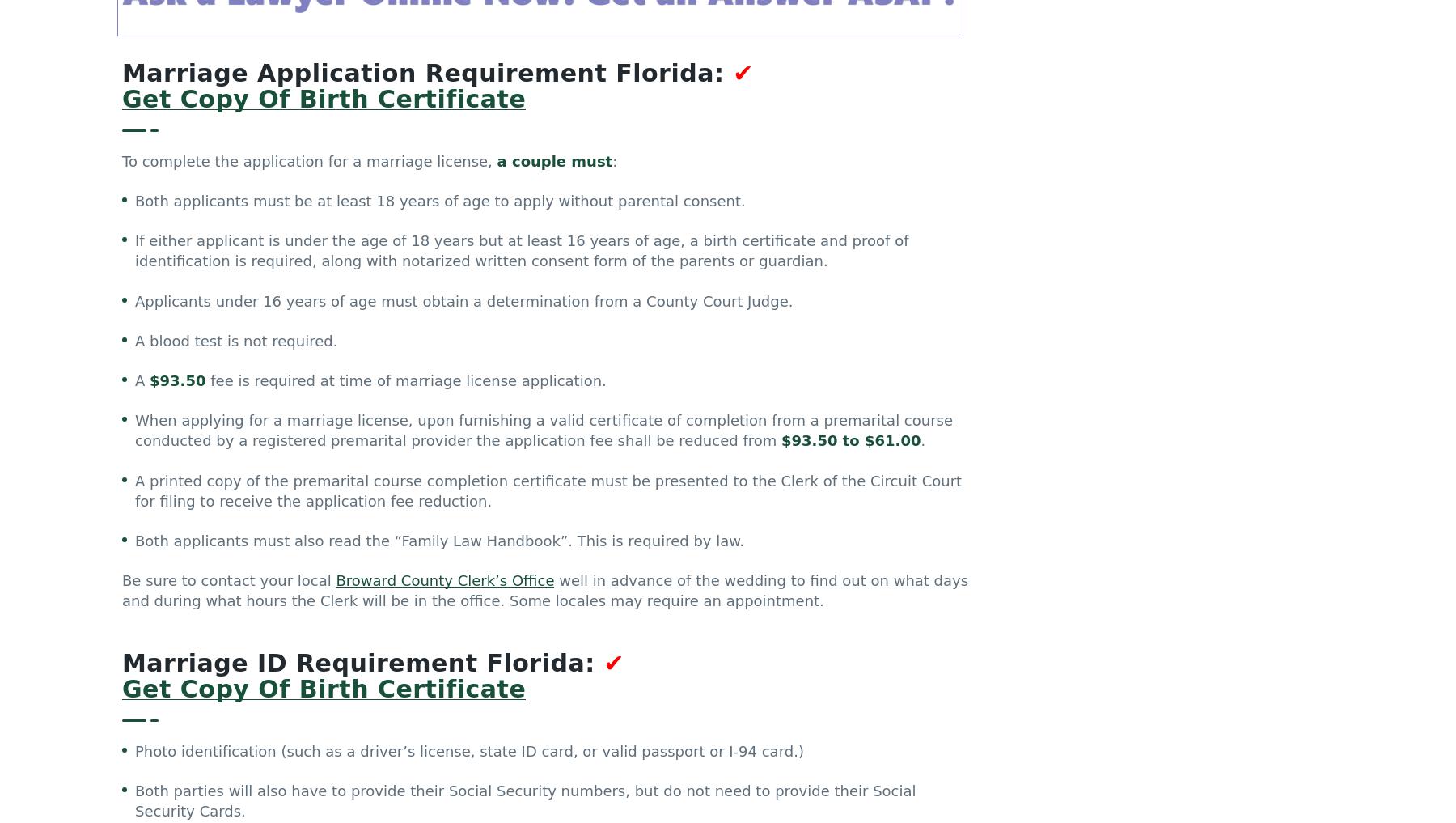 The width and height of the screenshot is (1456, 823). What do you see at coordinates (463, 303) in the screenshot?
I see `'Applicants under 16 years of age must obtain a determination from a County Court Judge.'` at bounding box center [463, 303].